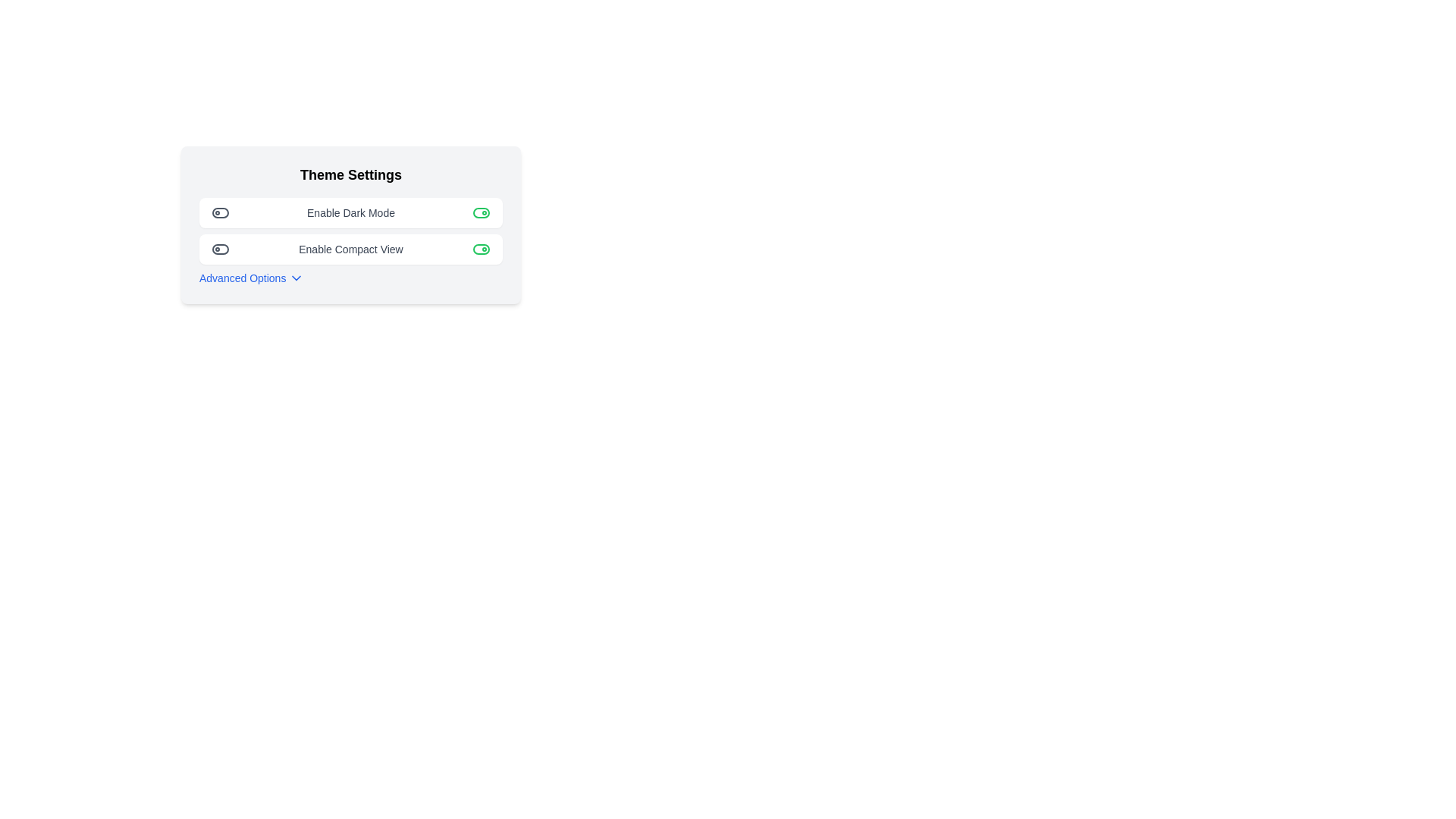 Image resolution: width=1456 pixels, height=819 pixels. Describe the element at coordinates (297, 278) in the screenshot. I see `the toggle icon for expanding or collapsing the advanced options section, located to the right of the 'Advanced Options' text` at that location.